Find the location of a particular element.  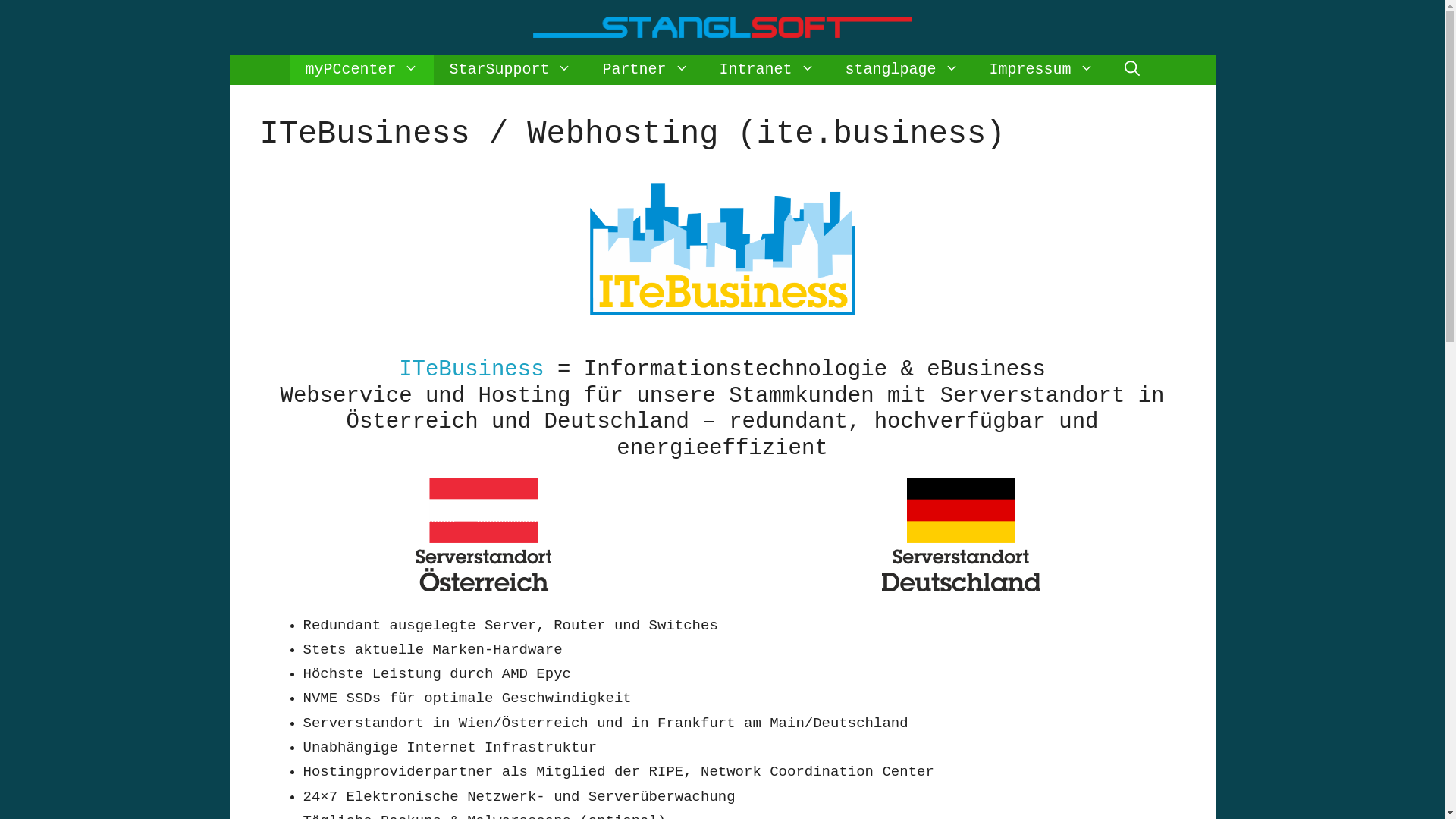

'myPCcenter' is located at coordinates (360, 70).